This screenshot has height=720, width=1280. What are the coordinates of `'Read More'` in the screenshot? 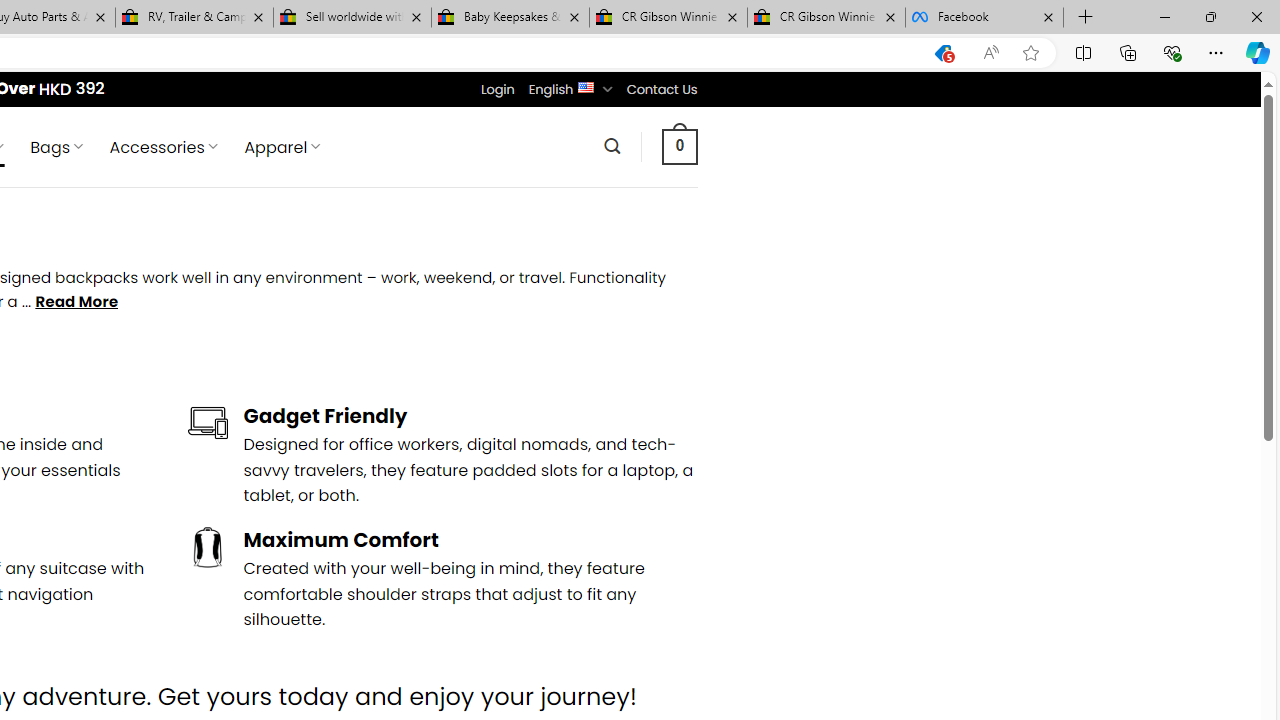 It's located at (76, 302).